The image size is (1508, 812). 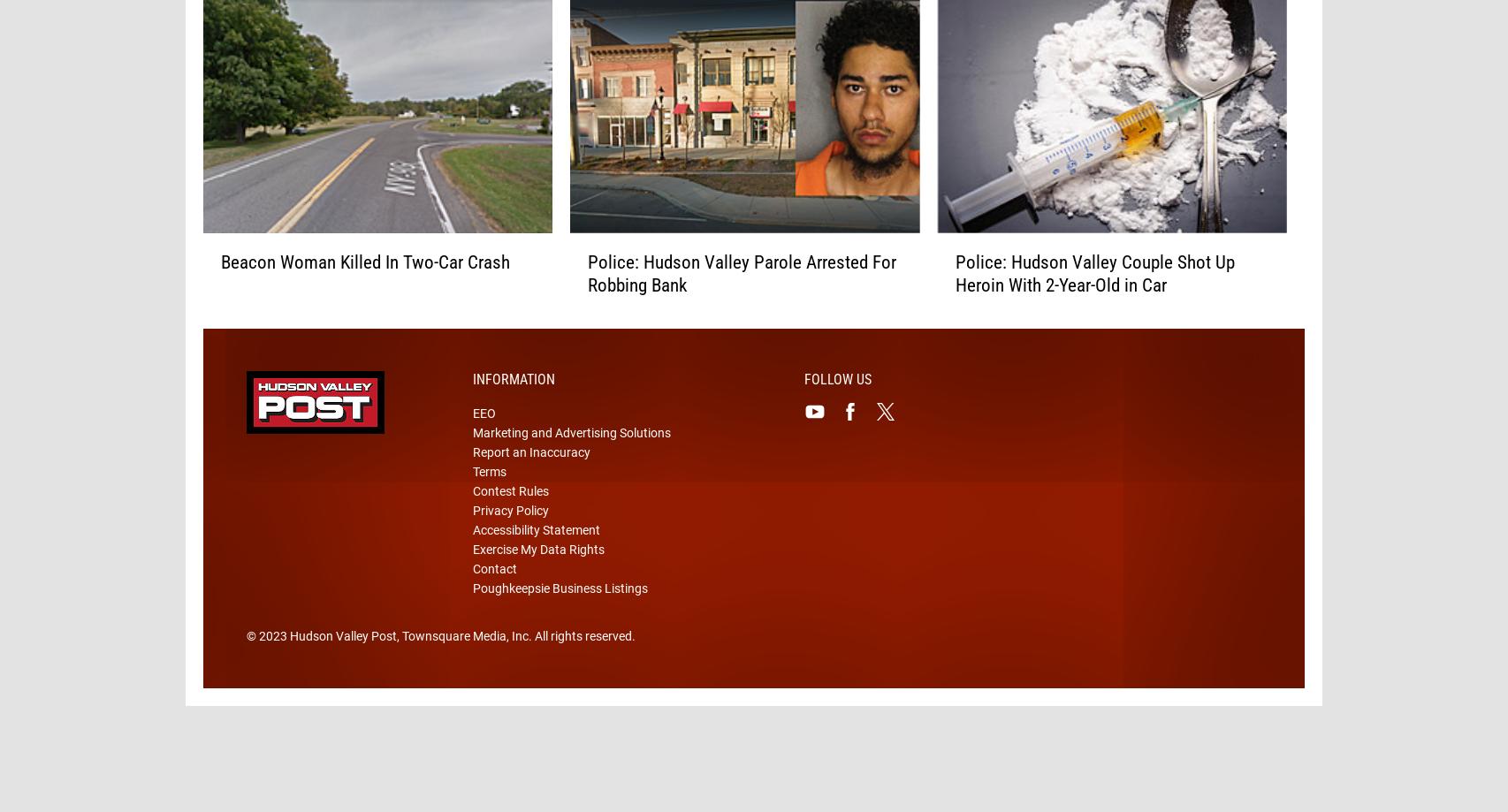 I want to click on 'Police: Hudson Valley Parole Arrested For Robbing Bank', so click(x=741, y=300).